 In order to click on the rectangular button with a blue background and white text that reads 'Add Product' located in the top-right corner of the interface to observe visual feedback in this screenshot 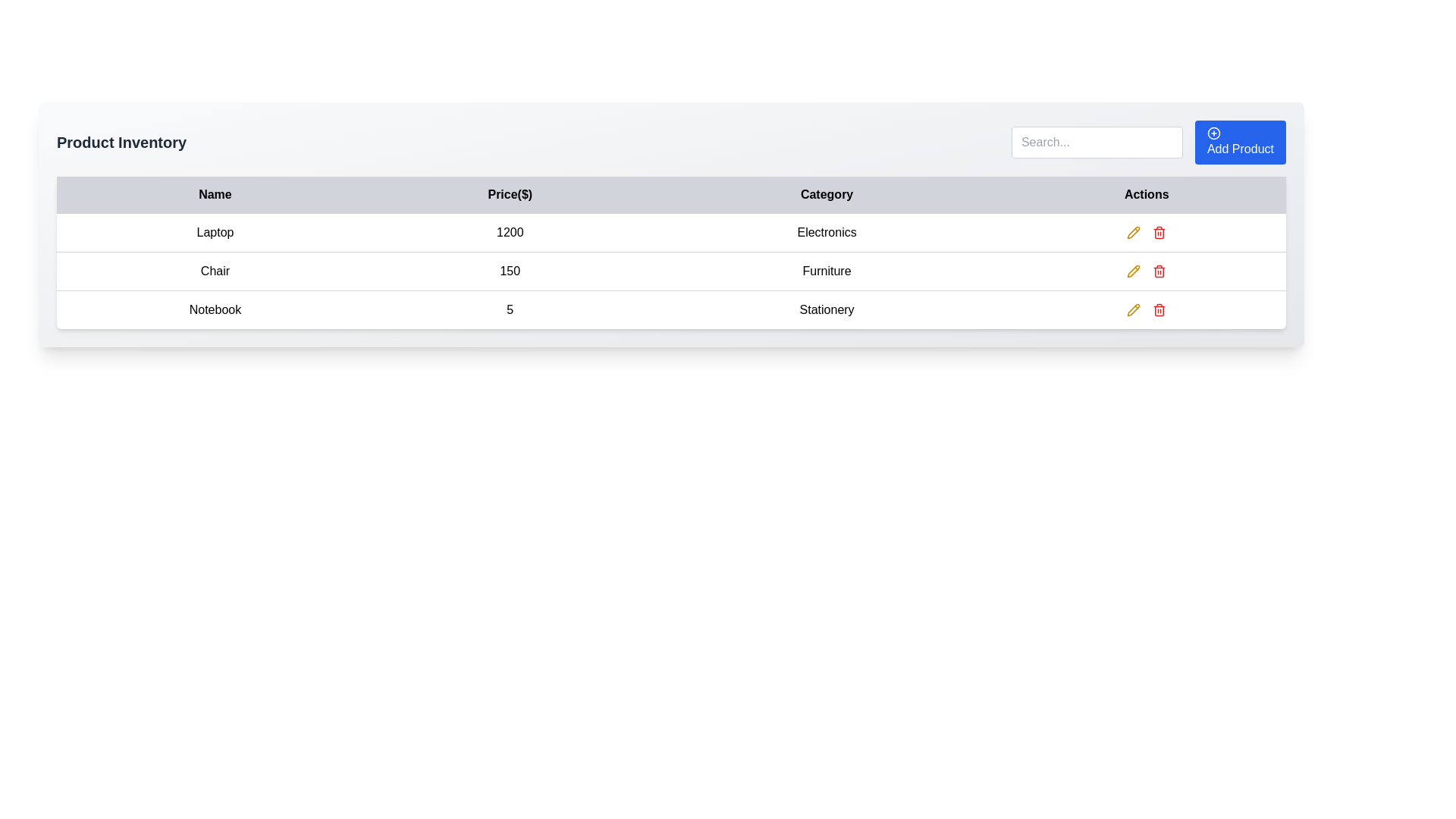, I will do `click(1241, 143)`.